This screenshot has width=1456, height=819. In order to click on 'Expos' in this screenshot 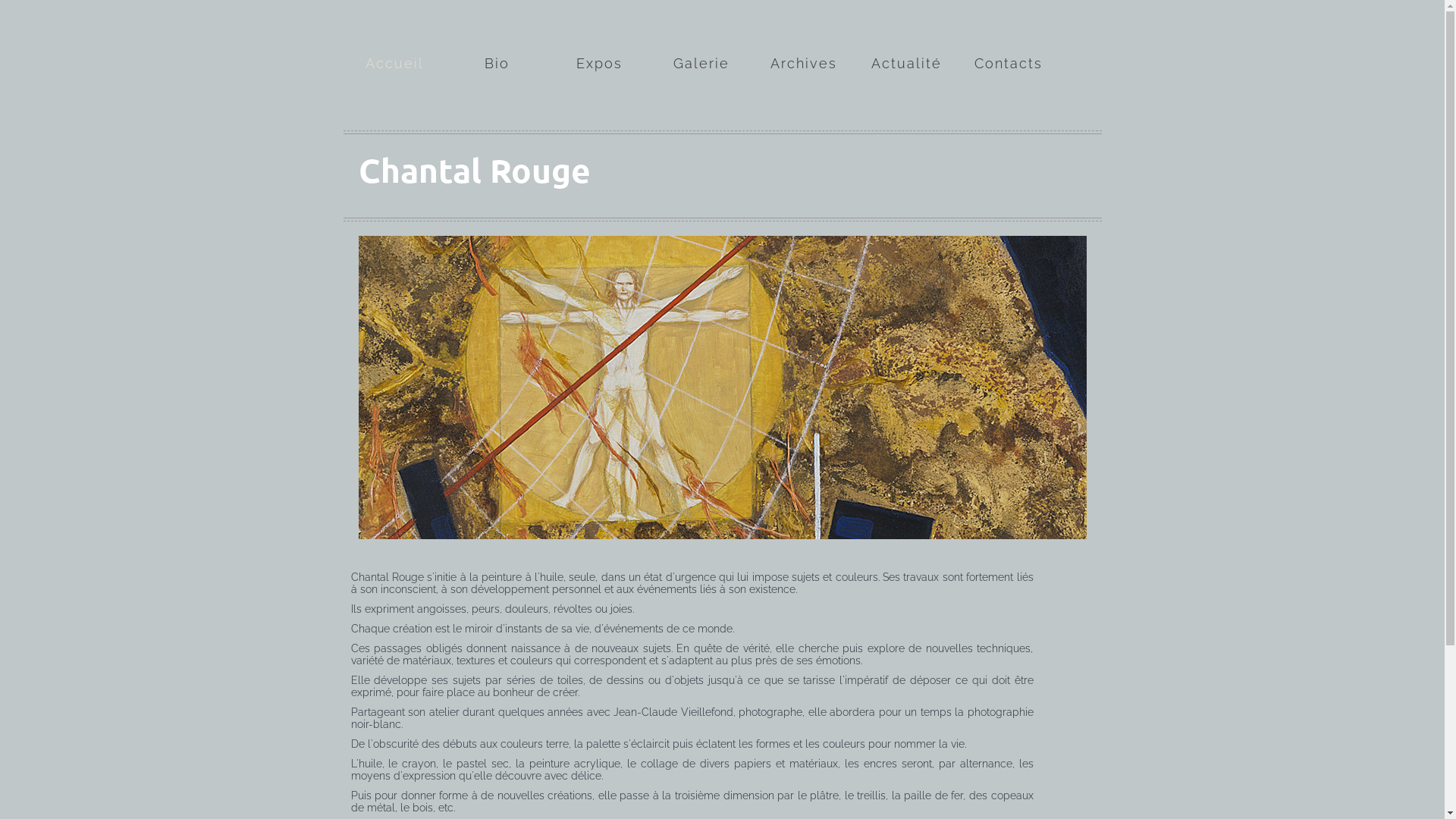, I will do `click(562, 41)`.